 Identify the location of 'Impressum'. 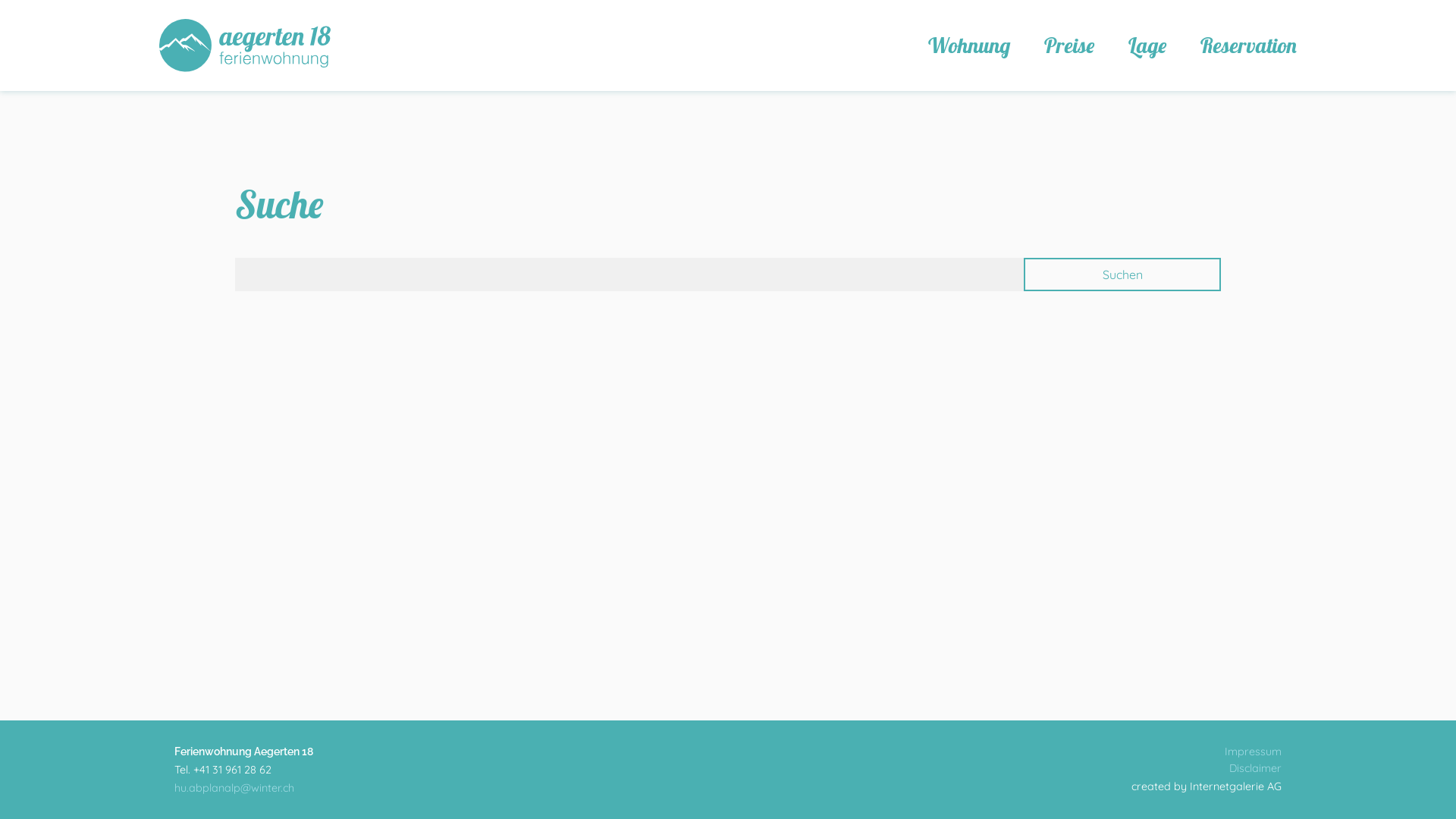
(1253, 752).